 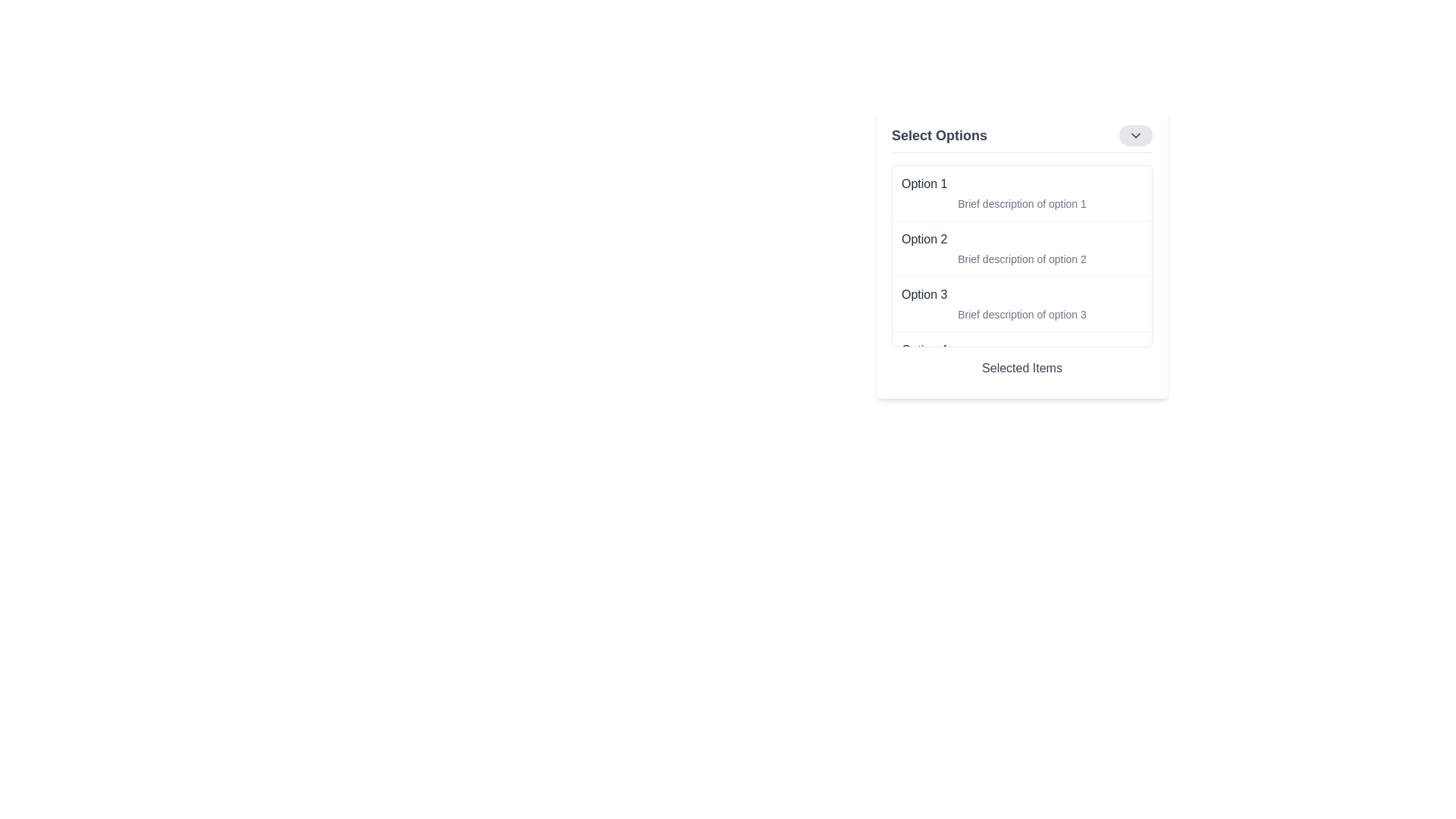 I want to click on the text label displaying 'Selected Items' to trigger the tooltip or action associated with it, so click(x=1022, y=371).